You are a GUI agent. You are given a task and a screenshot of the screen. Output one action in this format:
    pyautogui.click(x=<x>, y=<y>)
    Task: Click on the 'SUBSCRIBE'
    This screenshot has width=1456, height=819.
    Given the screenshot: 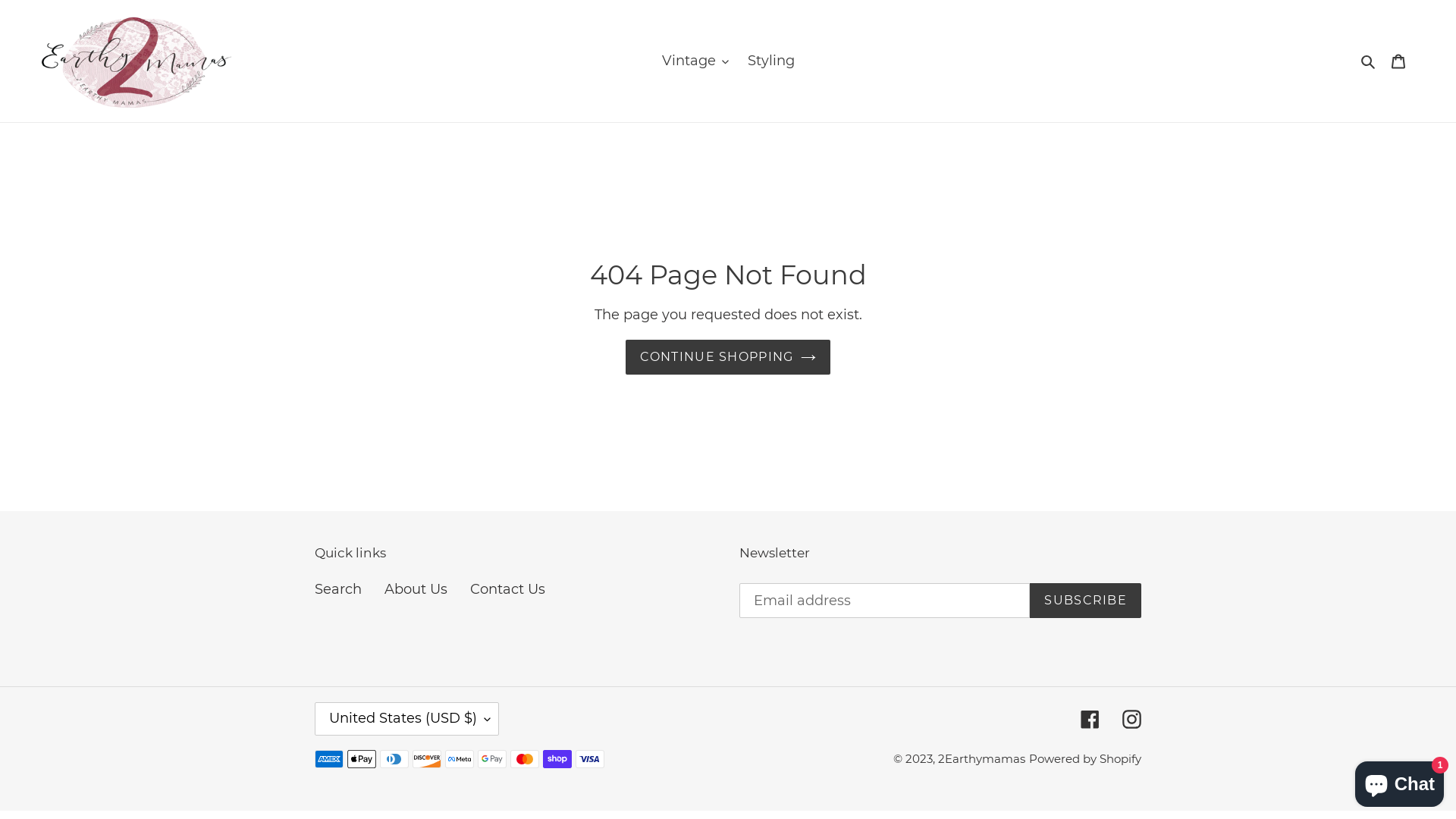 What is the action you would take?
    pyautogui.click(x=1084, y=599)
    